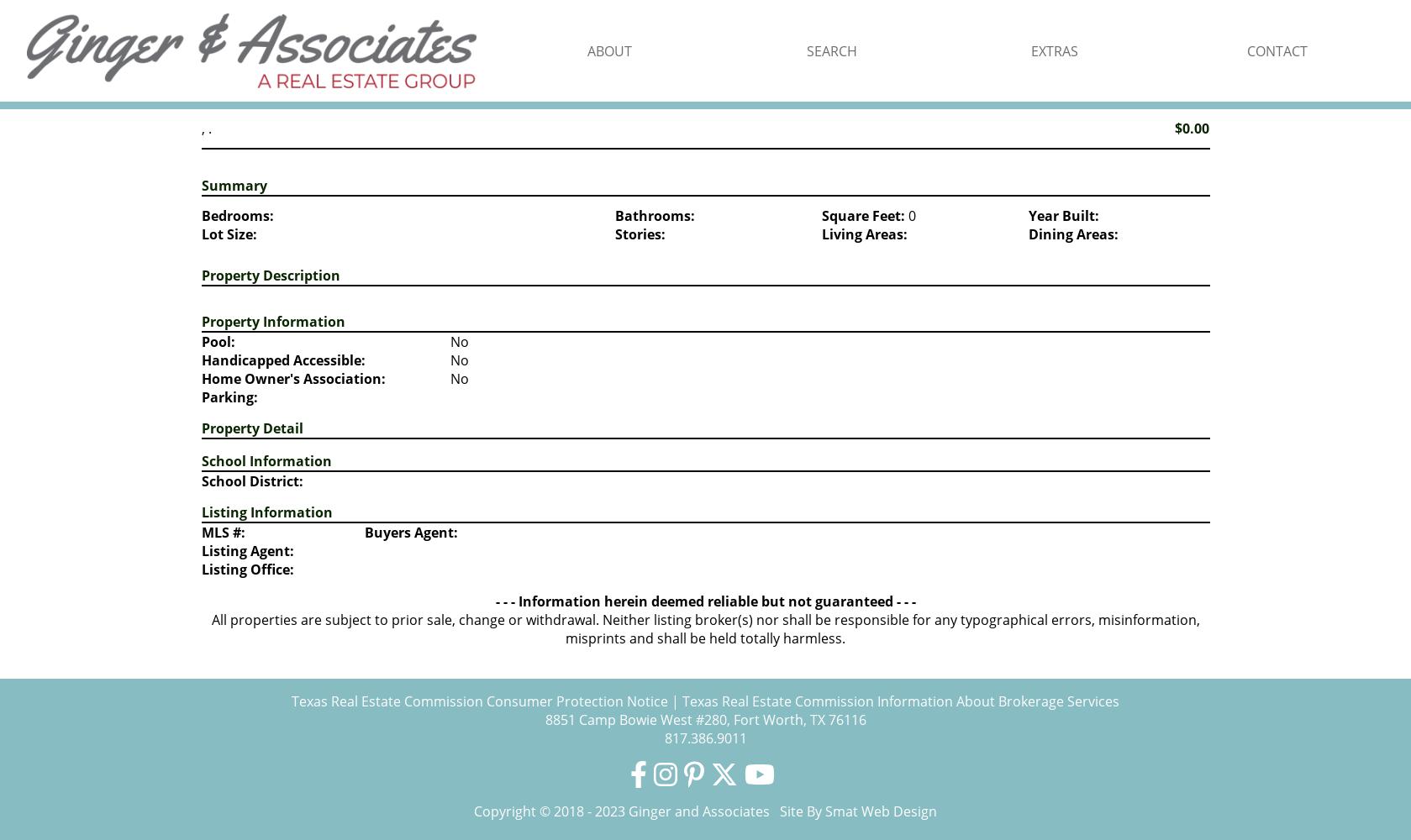  Describe the element at coordinates (473, 811) in the screenshot. I see `'Copyright © 2018 - 2023 Ginger and Associates   Site By'` at that location.